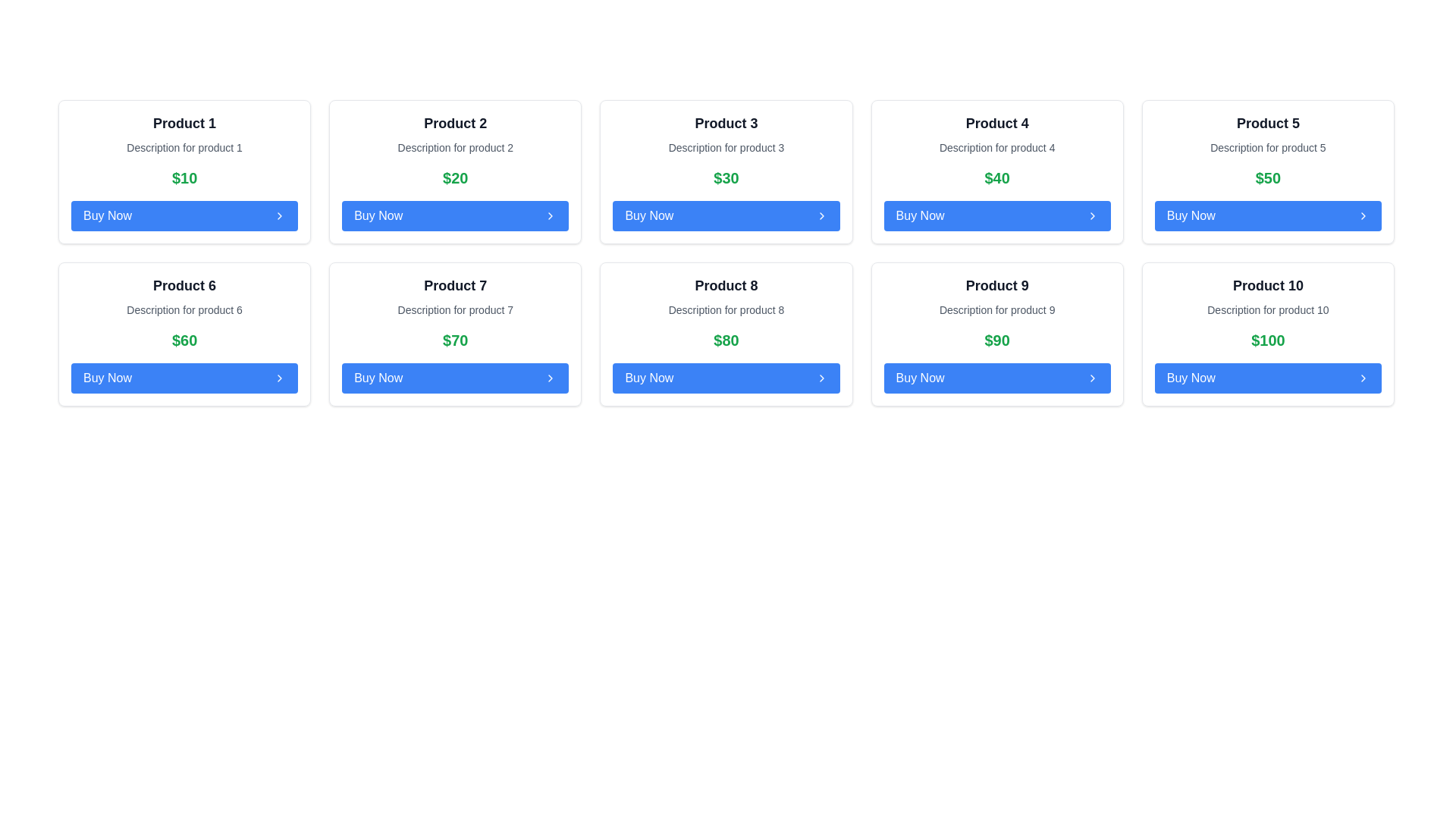 The height and width of the screenshot is (819, 1456). Describe the element at coordinates (821, 377) in the screenshot. I see `the rightward-pointing chevron icon embedded in the 'Buy Now' button located at the bottom of the 'Product 8' card` at that location.